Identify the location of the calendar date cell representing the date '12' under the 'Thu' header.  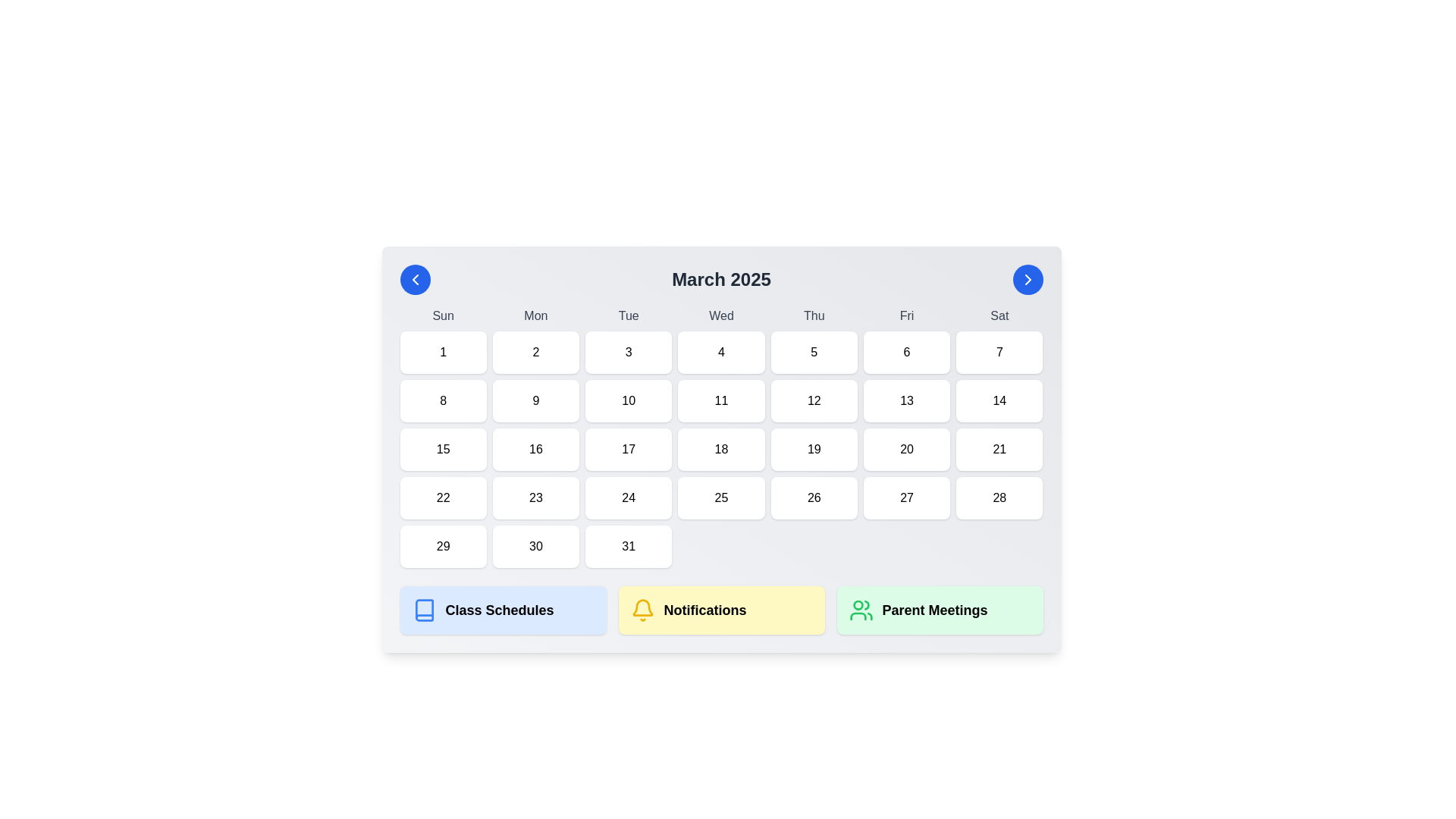
(813, 400).